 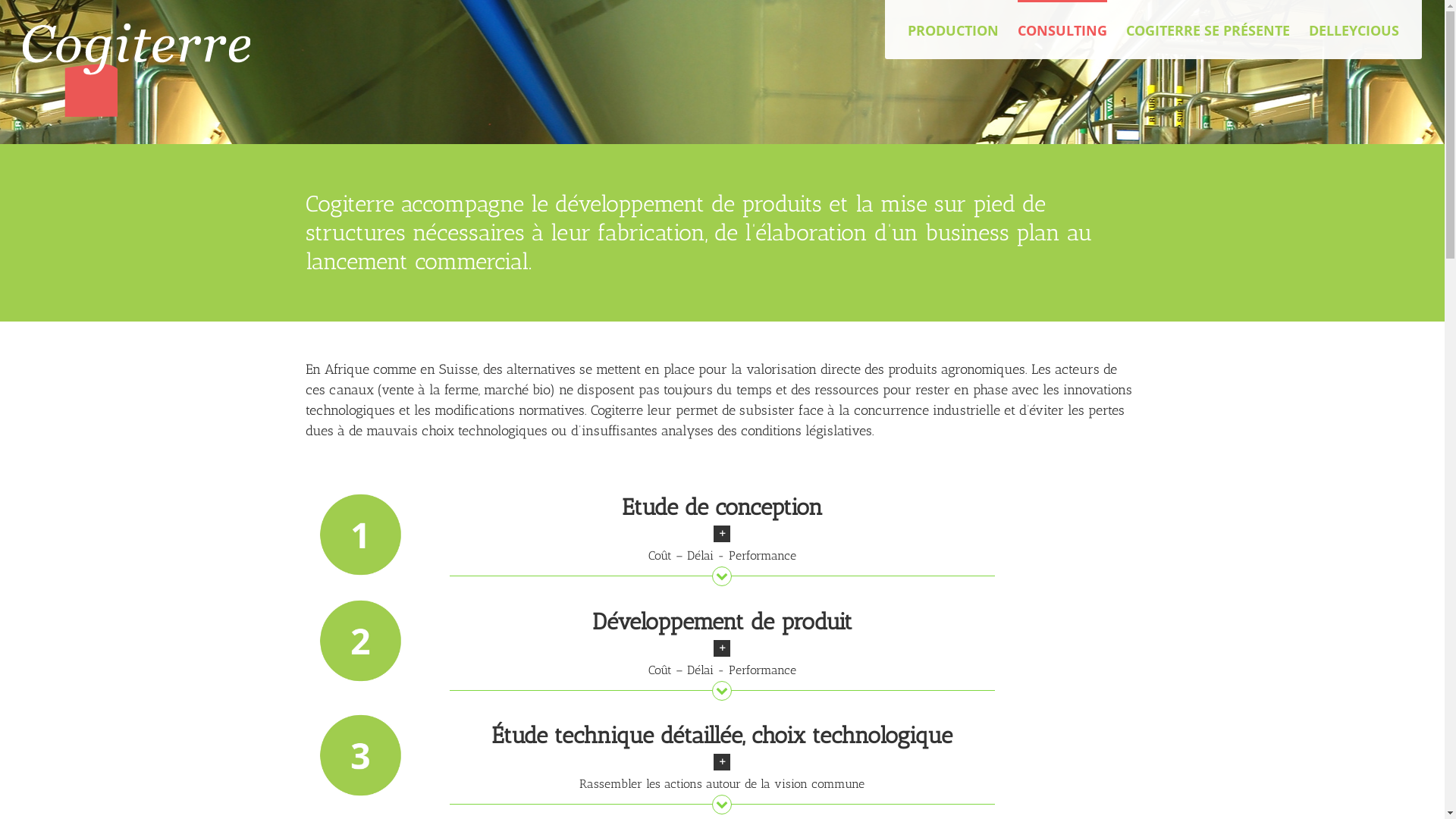 What do you see at coordinates (952, 29) in the screenshot?
I see `'PRODUCTION'` at bounding box center [952, 29].